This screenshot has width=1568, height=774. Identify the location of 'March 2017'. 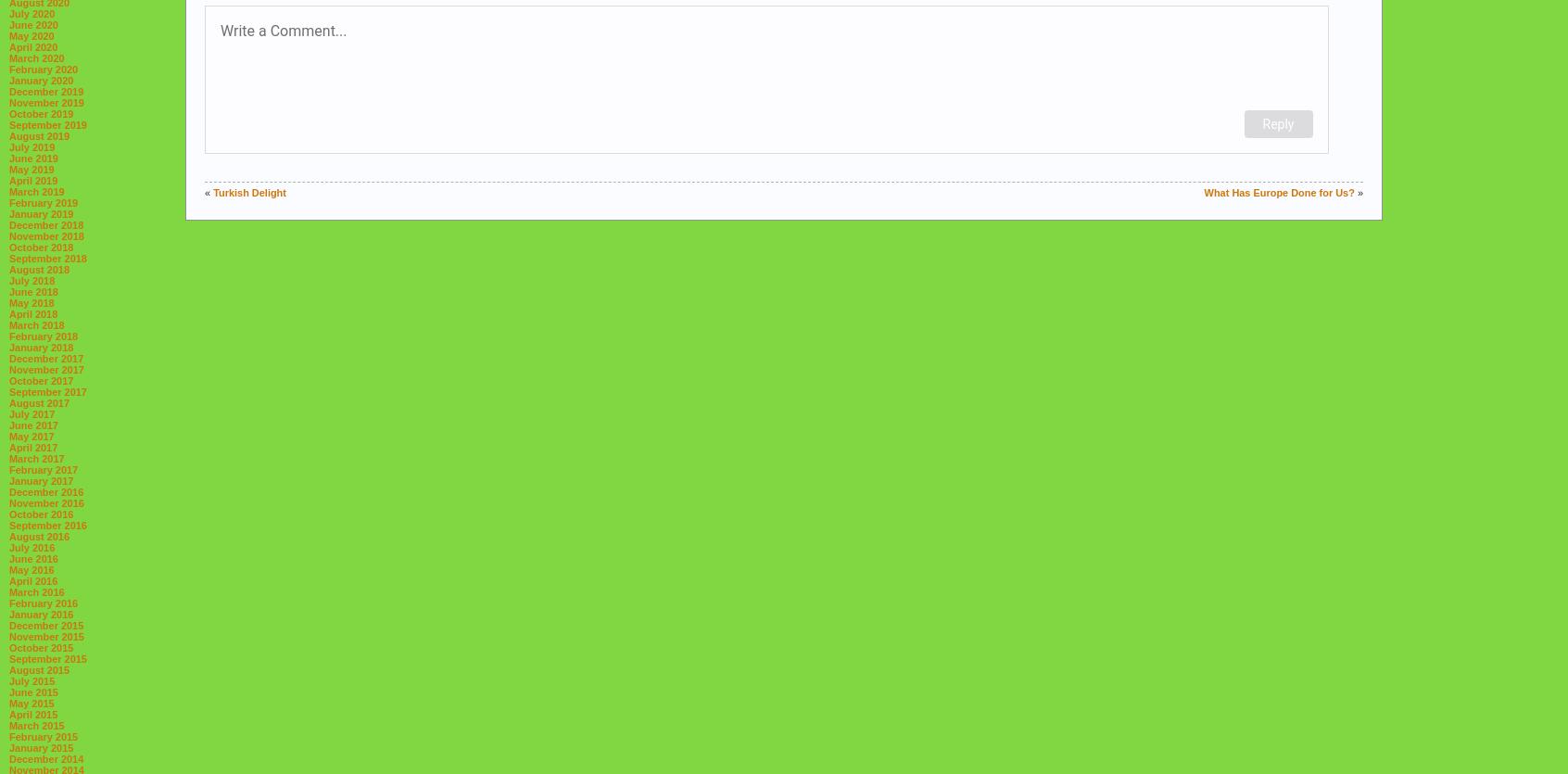
(35, 457).